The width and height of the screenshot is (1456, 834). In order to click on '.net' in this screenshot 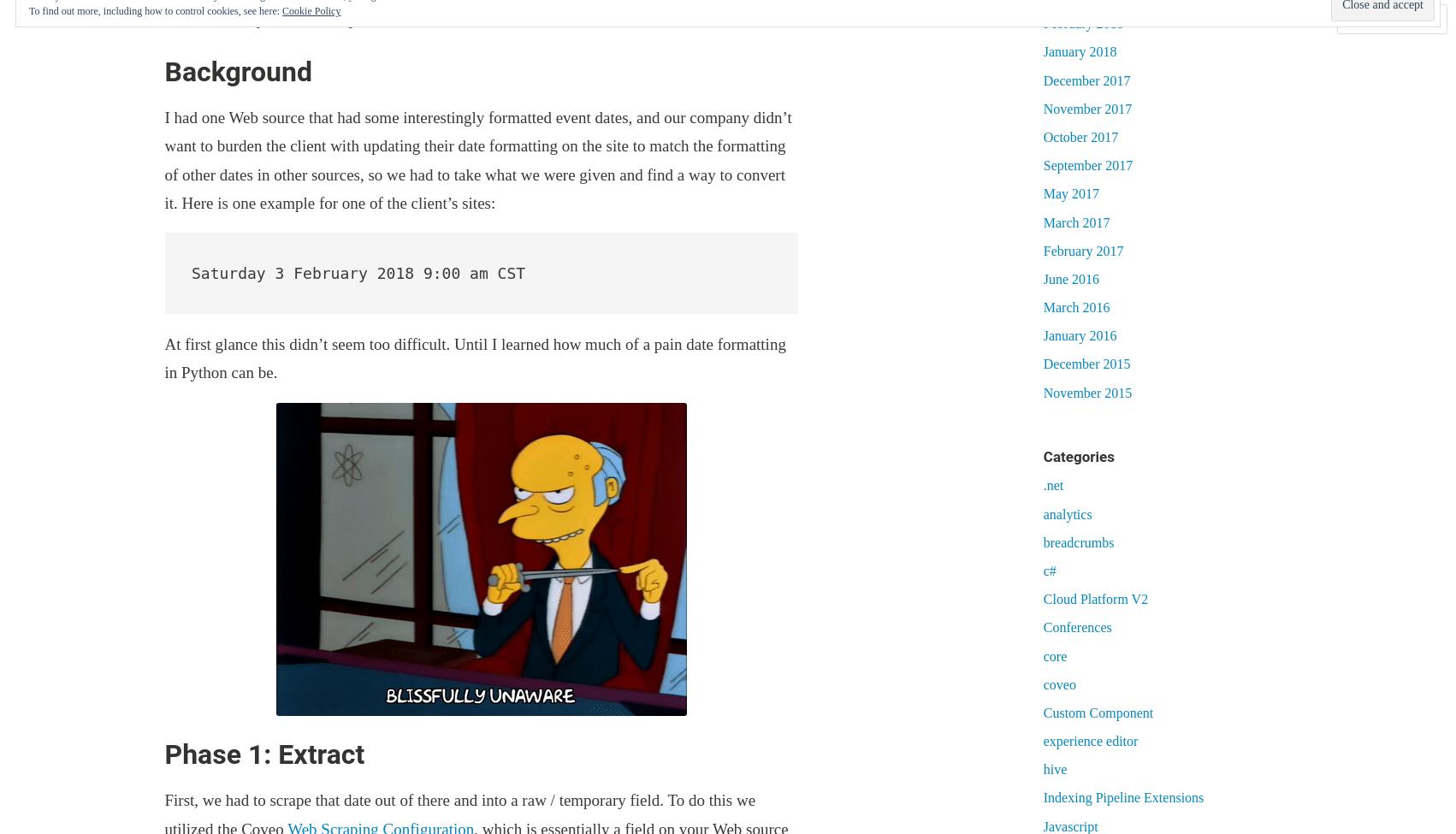, I will do `click(1053, 484)`.